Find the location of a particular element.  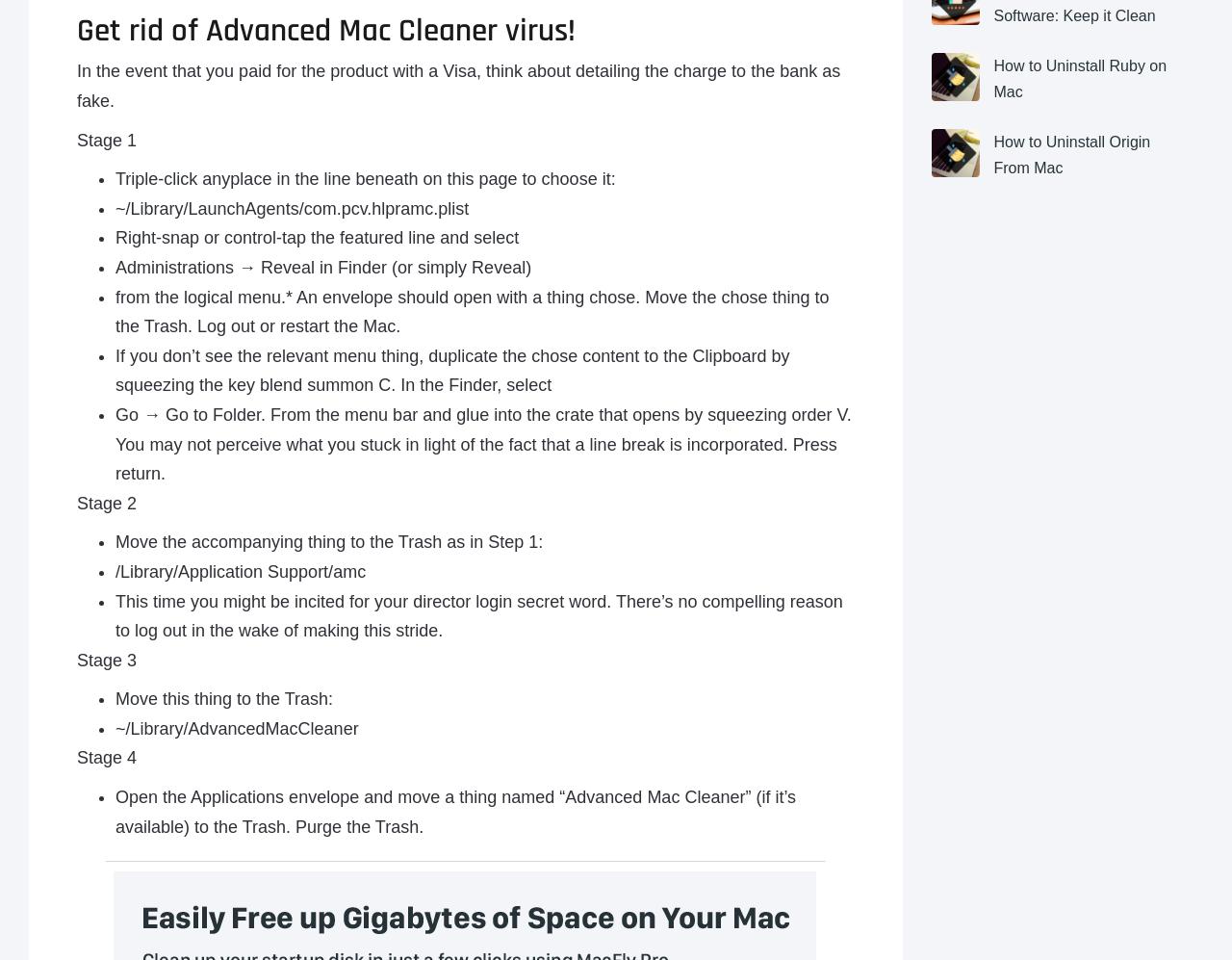

'Stage 3' is located at coordinates (105, 659).